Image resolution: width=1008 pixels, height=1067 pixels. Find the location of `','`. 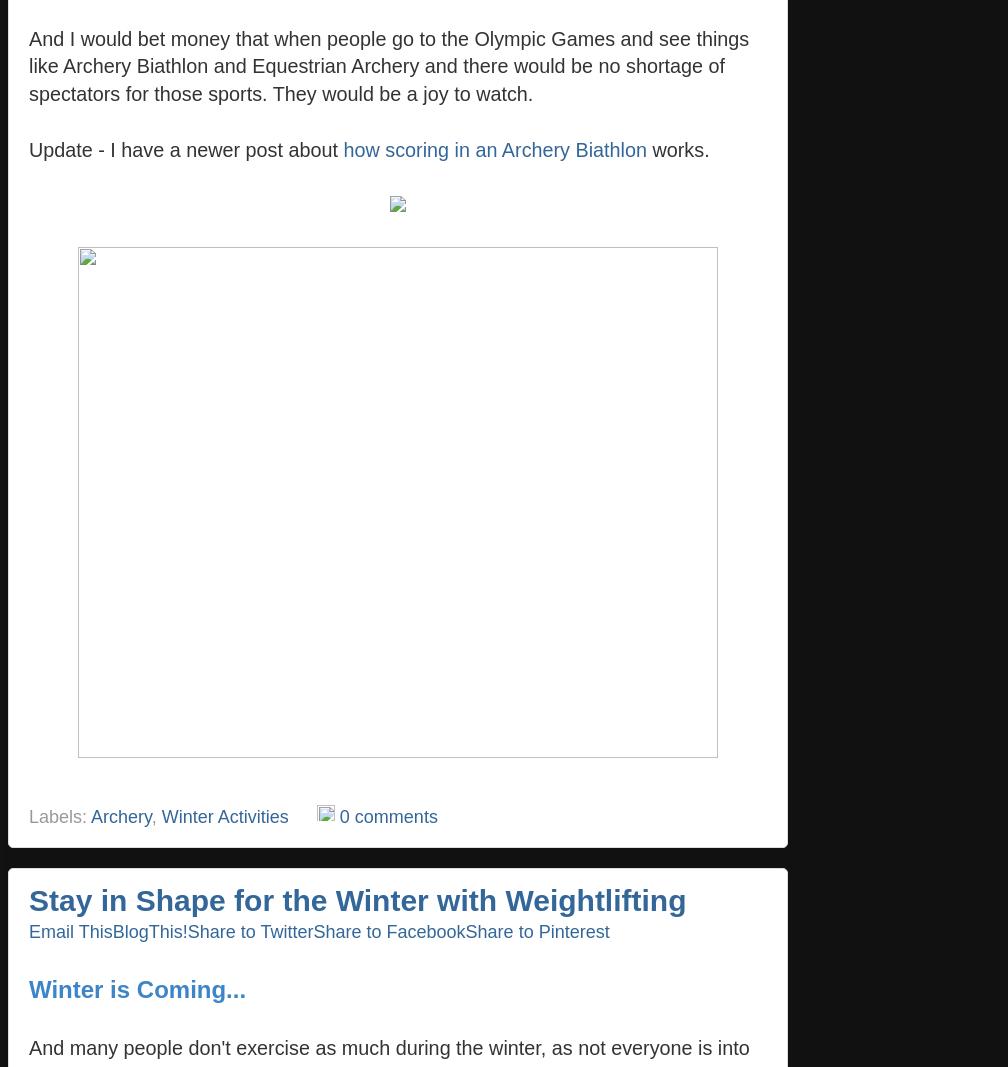

',' is located at coordinates (150, 815).